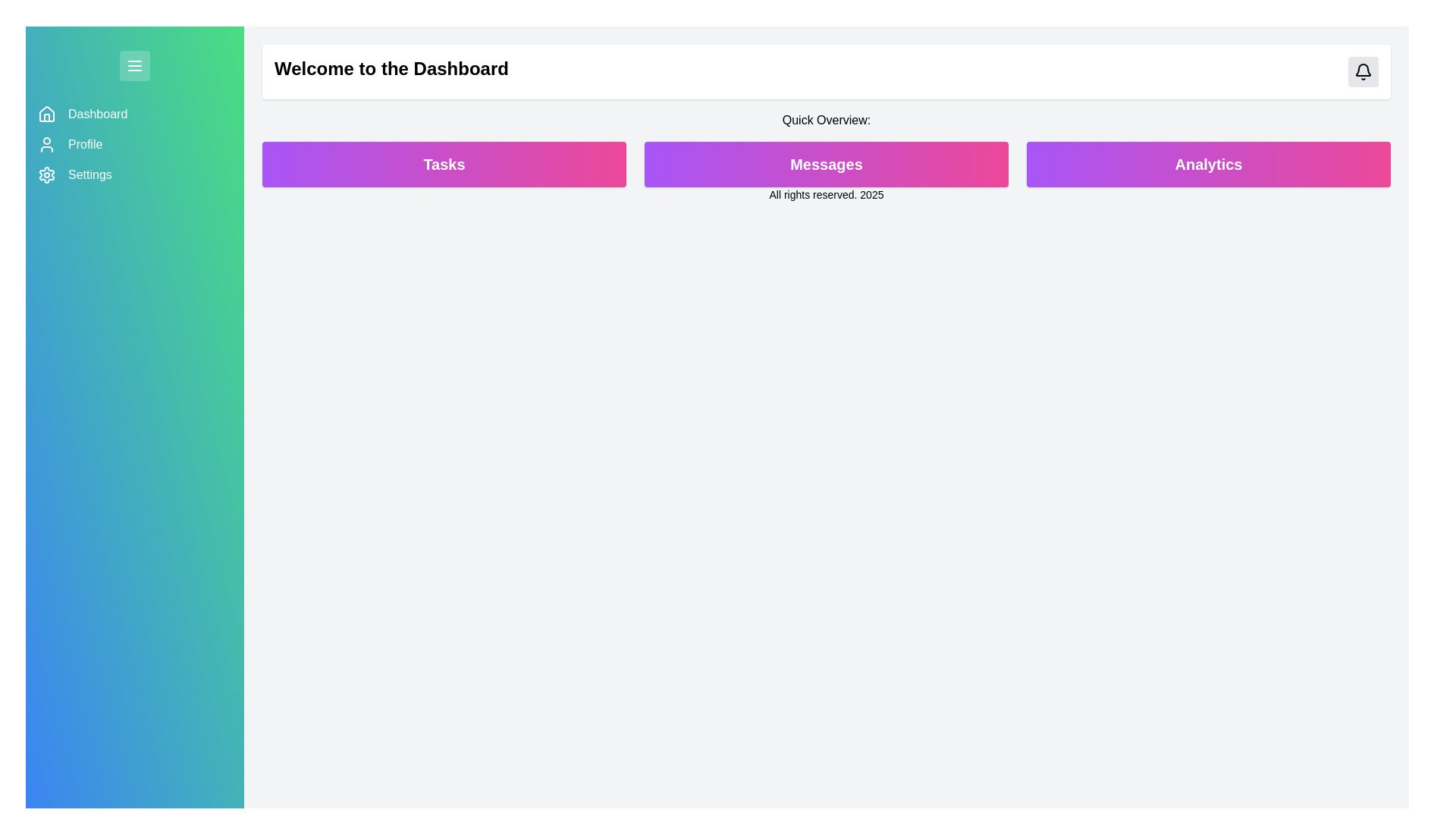 Image resolution: width=1456 pixels, height=819 pixels. I want to click on the text label that reads 'Analytics', styled in bold, extra-large white font on a gradient background from purple to pink, so click(1207, 164).